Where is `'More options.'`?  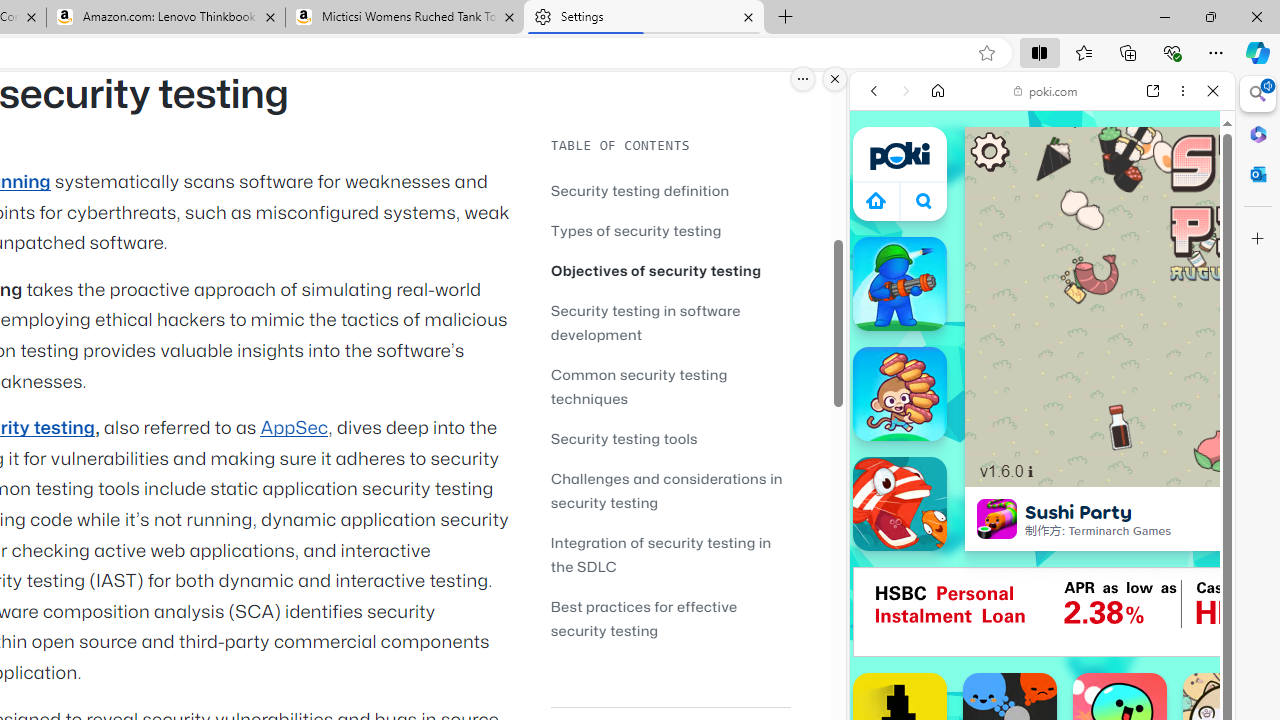
'More options.' is located at coordinates (803, 78).